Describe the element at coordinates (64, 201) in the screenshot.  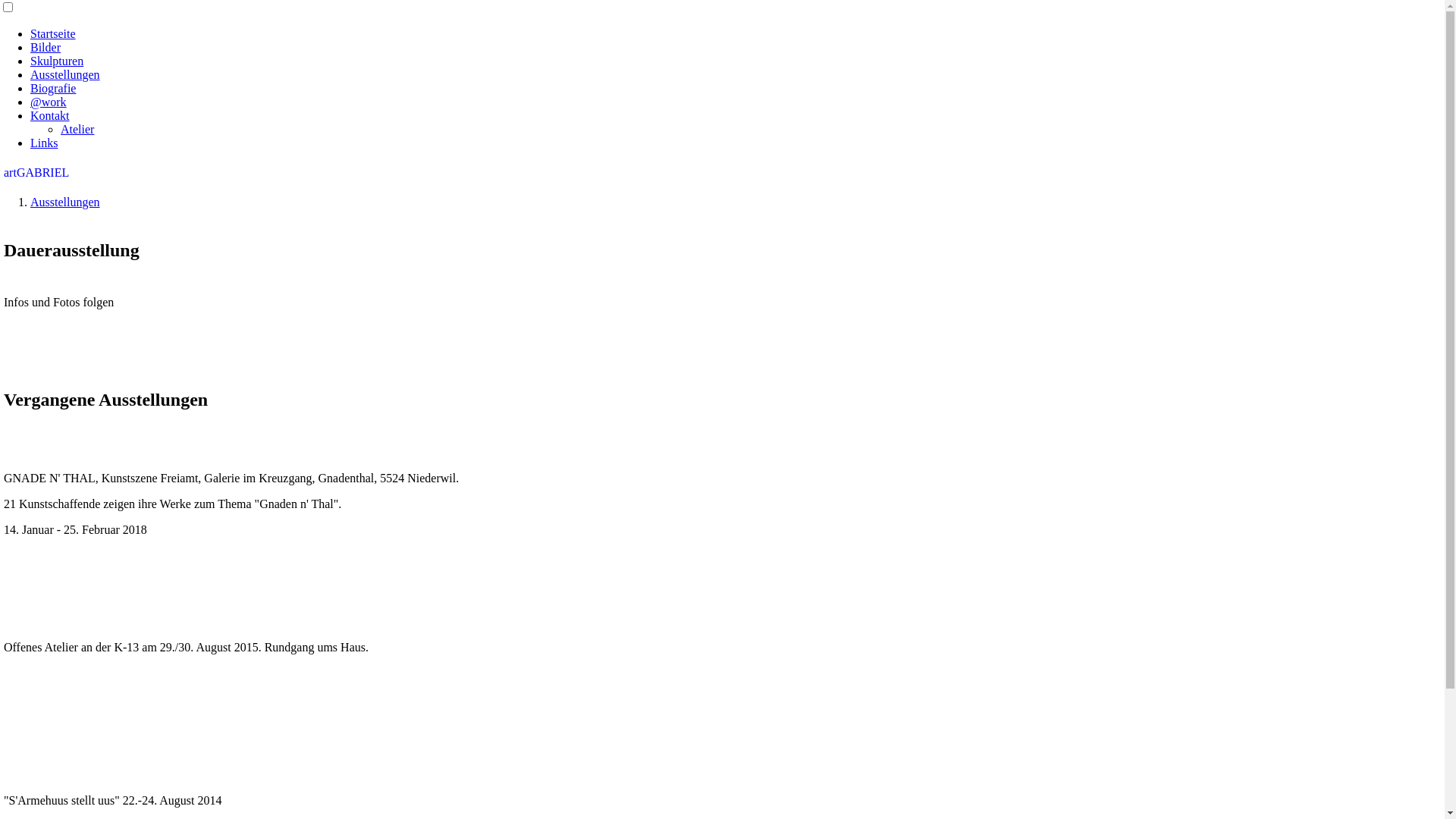
I see `'Ausstellungen'` at that location.